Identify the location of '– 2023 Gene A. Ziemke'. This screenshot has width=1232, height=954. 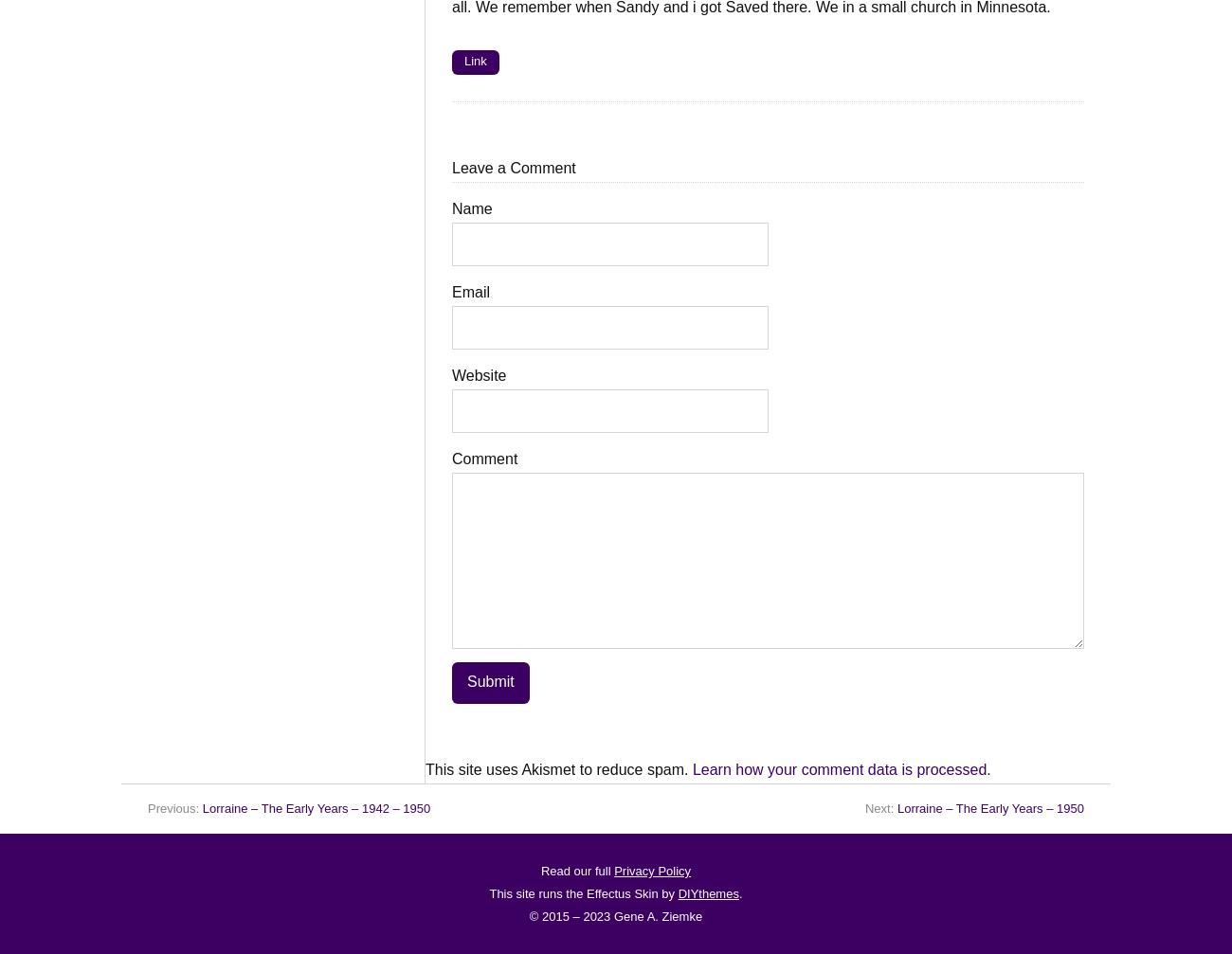
(634, 915).